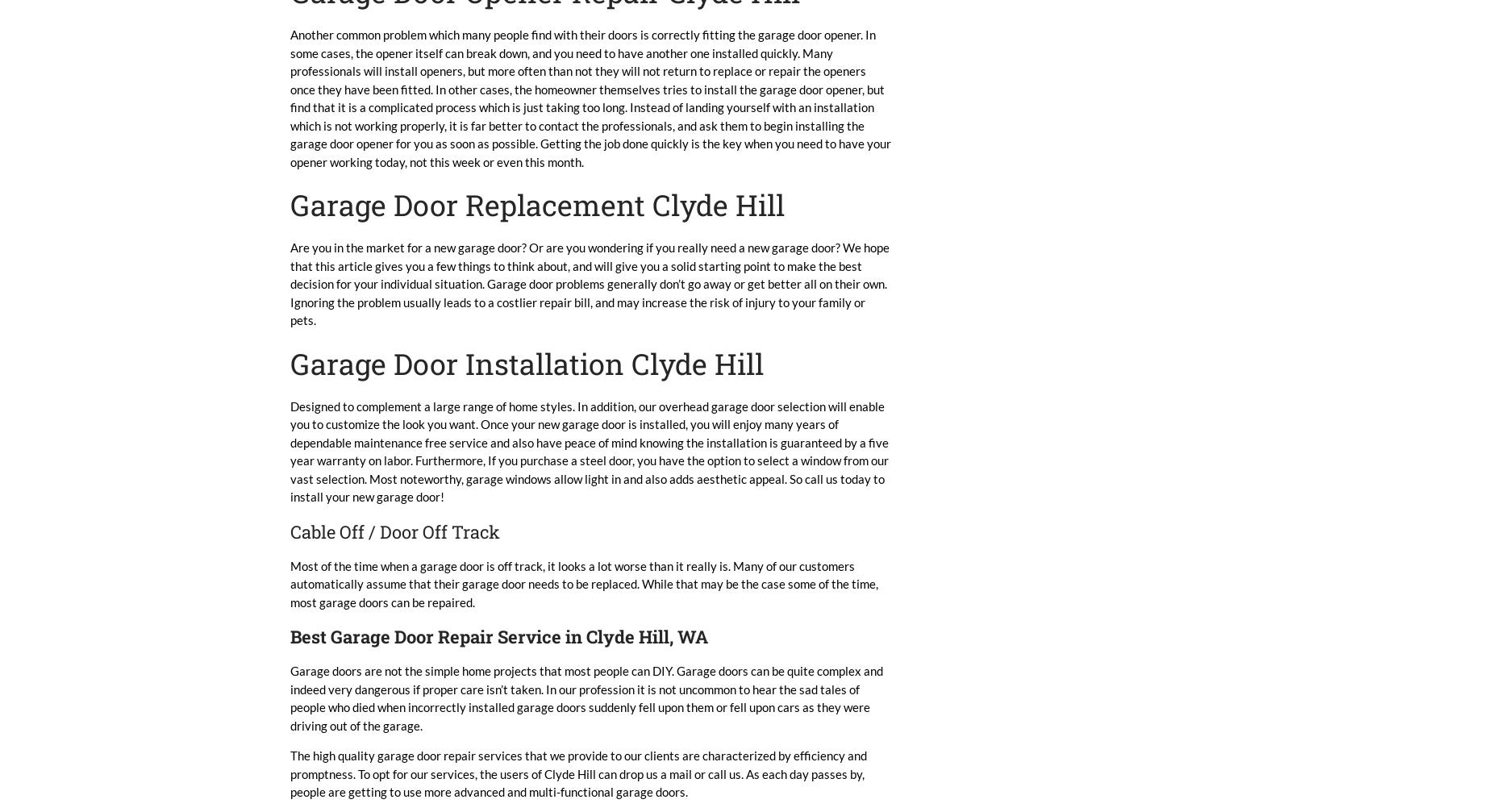 The height and width of the screenshot is (812, 1492). Describe the element at coordinates (290, 204) in the screenshot. I see `'Garage Door Replacement Clyde Hill'` at that location.